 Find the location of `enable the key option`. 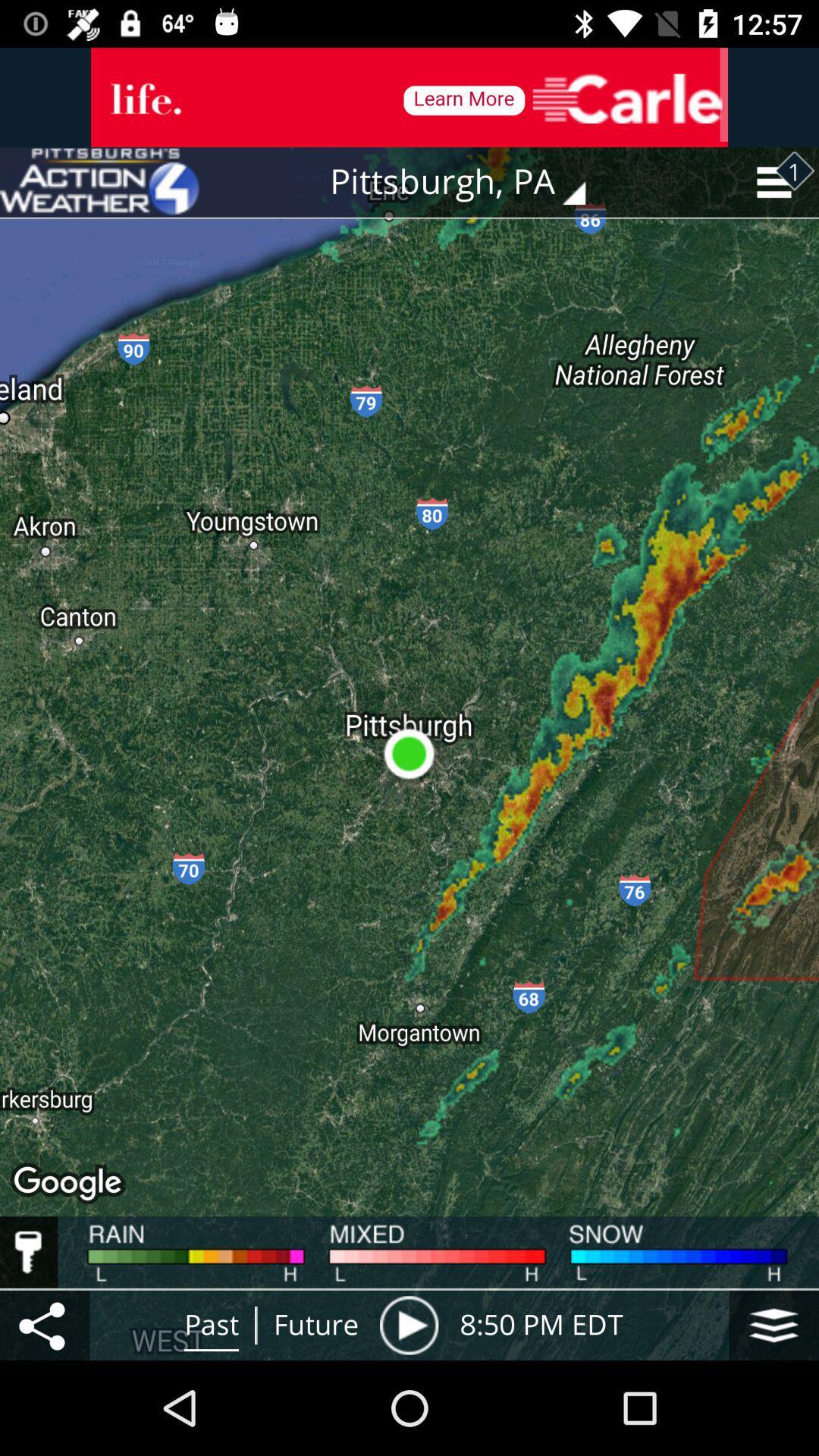

enable the key option is located at coordinates (29, 1252).